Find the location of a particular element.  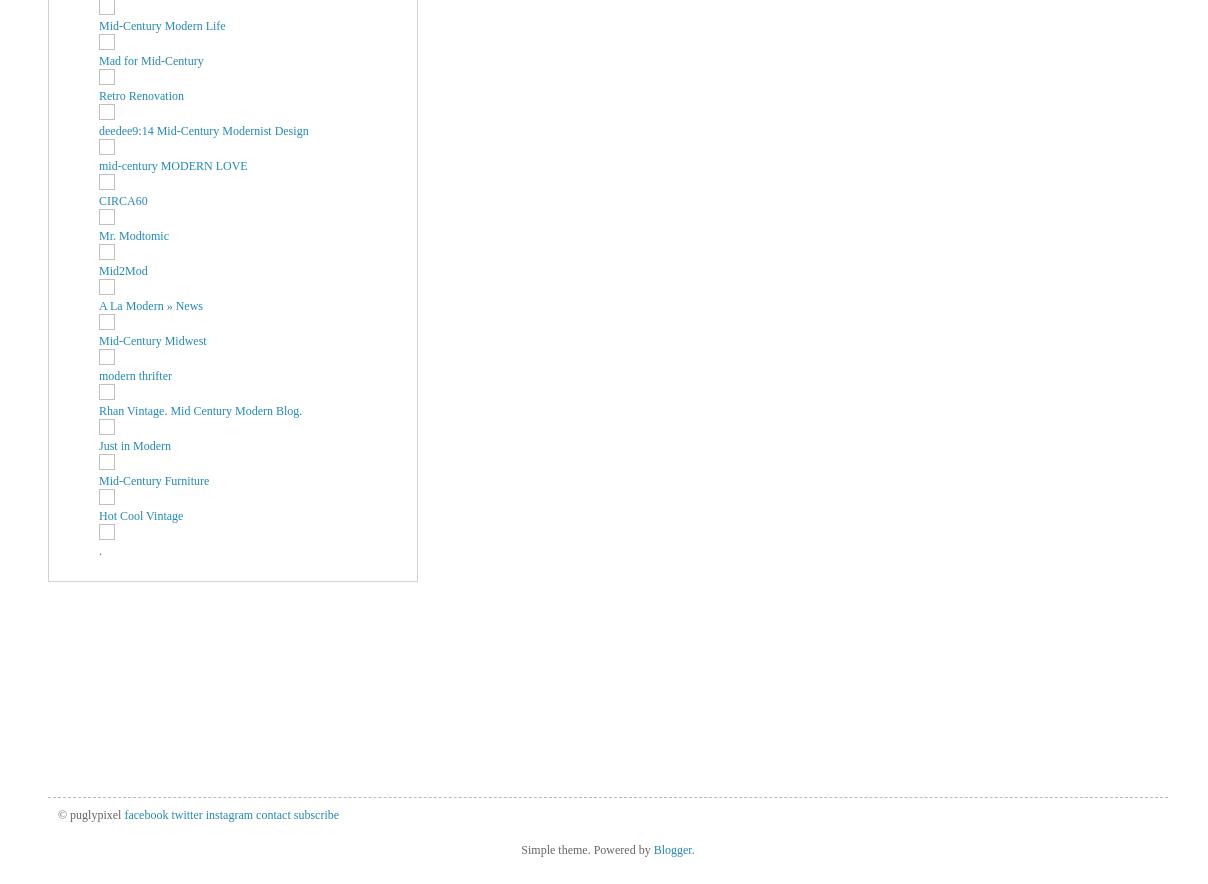

'Simple theme. Powered by' is located at coordinates (586, 847).